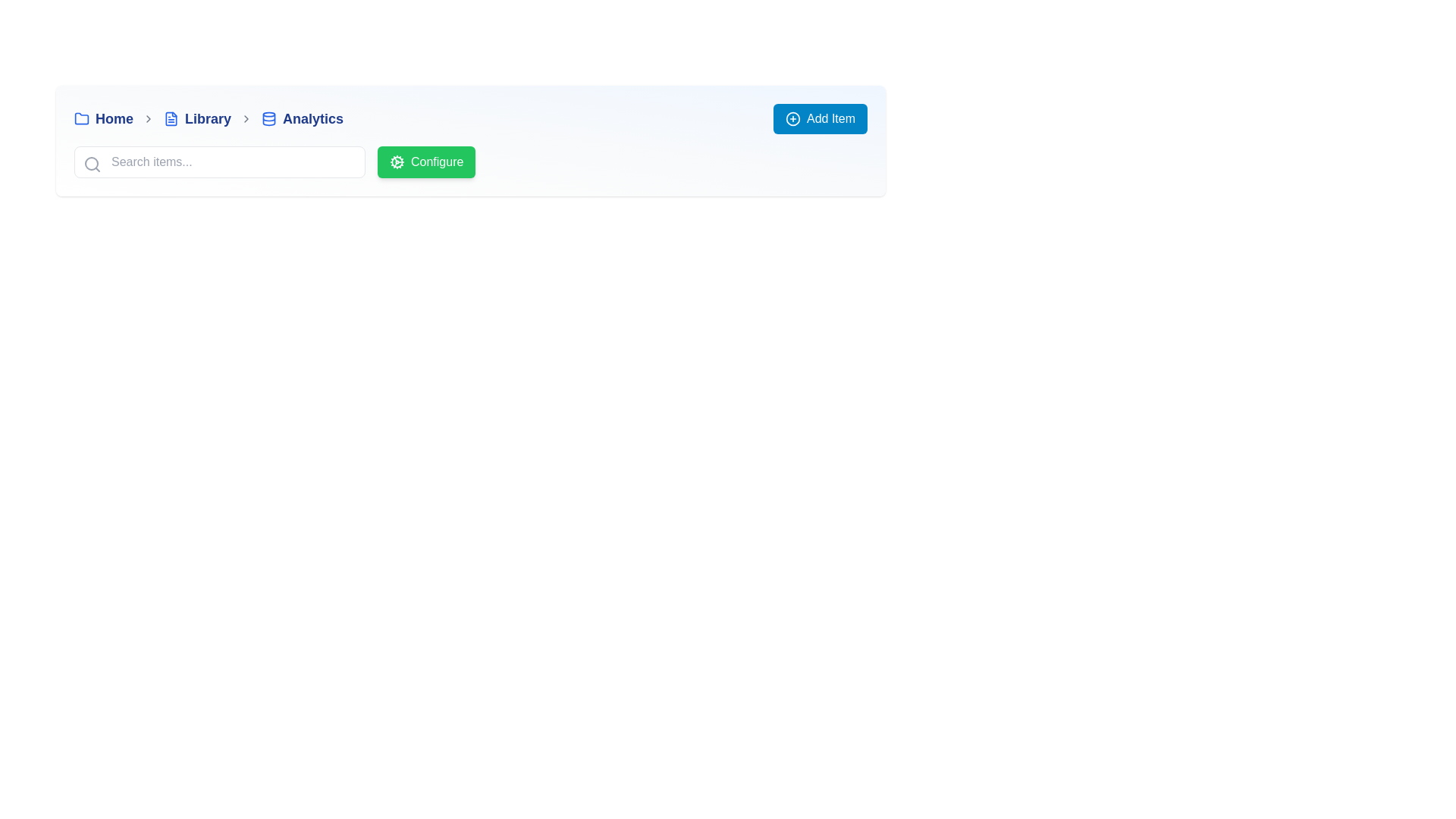  Describe the element at coordinates (397, 162) in the screenshot. I see `the decorative circle part of the cogwheel icon located near the center of the icon area in the top-center section of the interface` at that location.